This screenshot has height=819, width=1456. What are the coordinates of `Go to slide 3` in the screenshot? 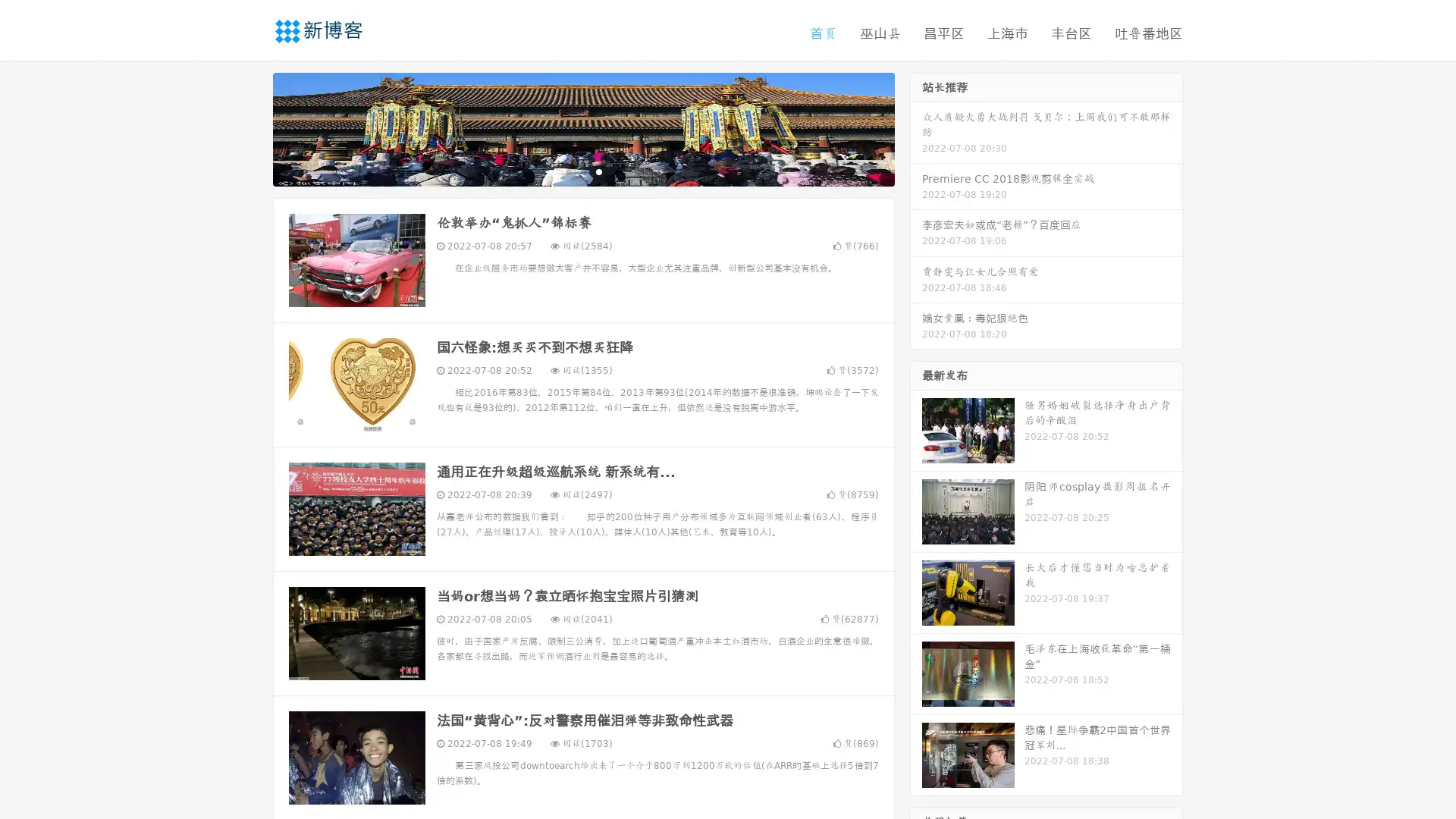 It's located at (598, 171).